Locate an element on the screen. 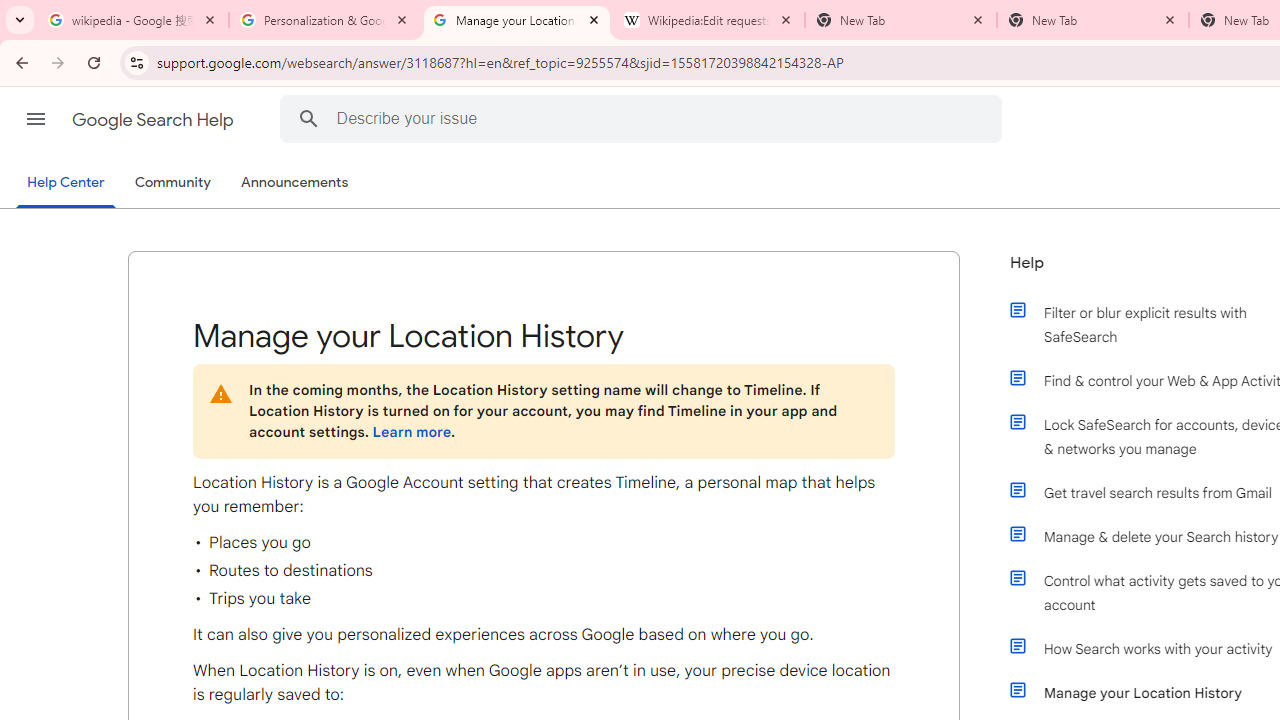 This screenshot has height=720, width=1280. 'Community' is located at coordinates (172, 183).